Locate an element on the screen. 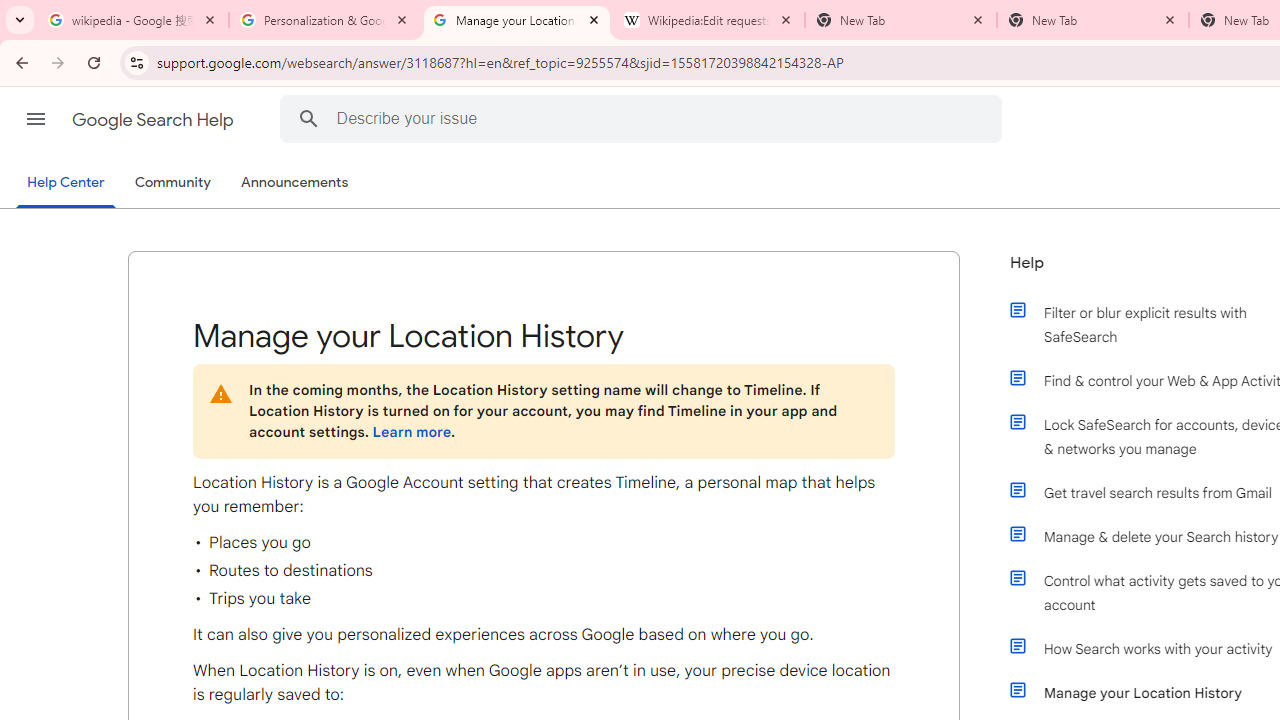 This screenshot has height=720, width=1280. 'Community' is located at coordinates (172, 183).